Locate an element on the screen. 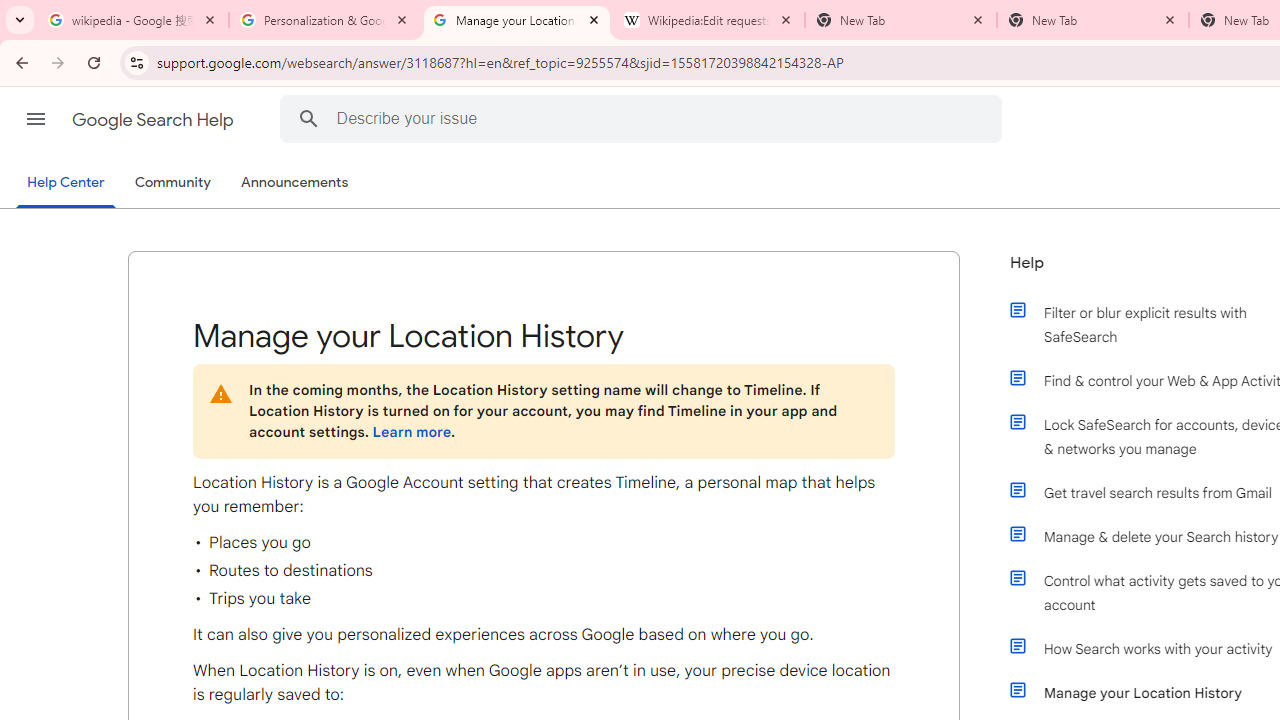 This screenshot has height=720, width=1280. 'Community' is located at coordinates (172, 183).